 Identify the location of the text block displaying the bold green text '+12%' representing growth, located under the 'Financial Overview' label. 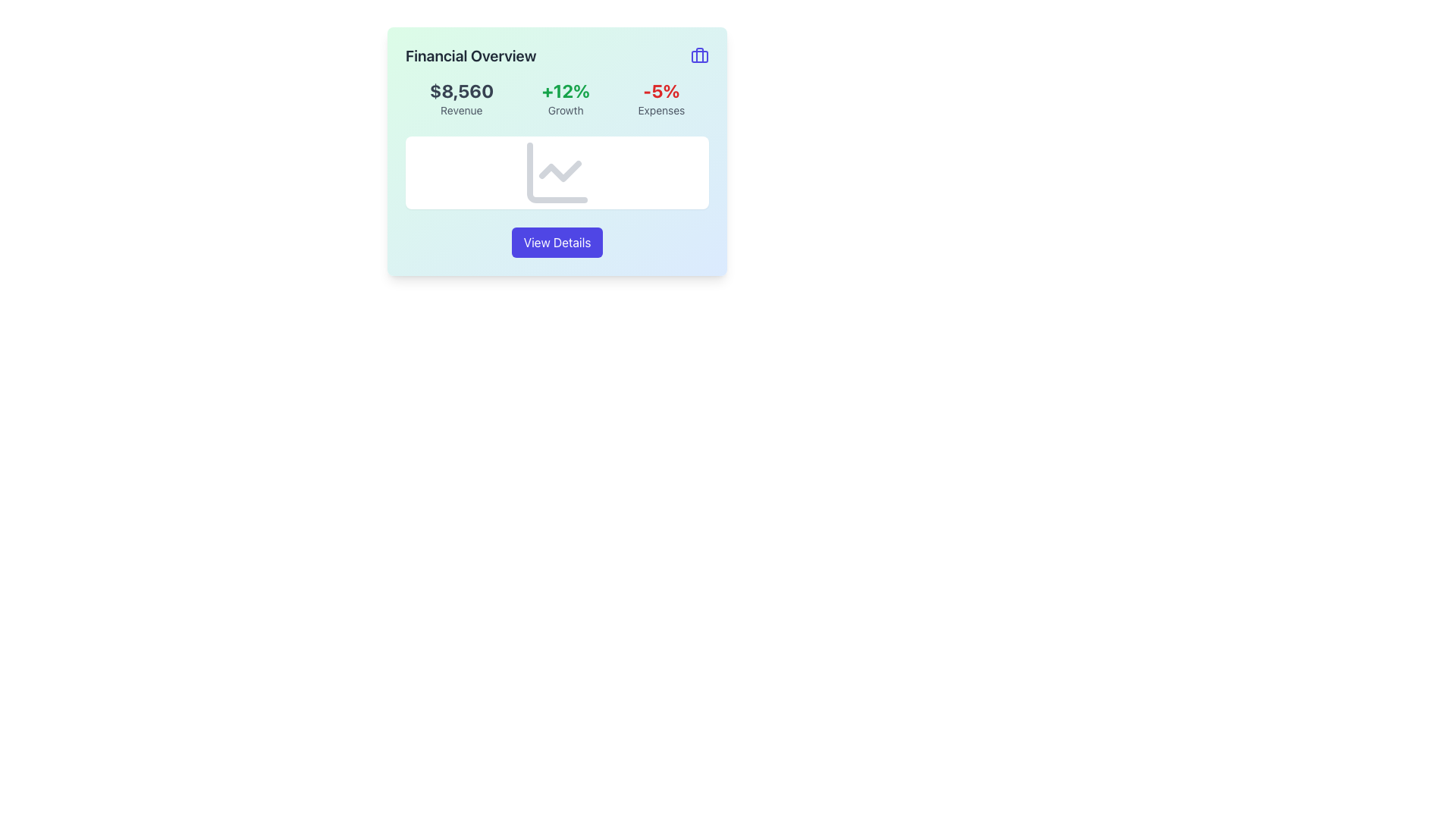
(565, 99).